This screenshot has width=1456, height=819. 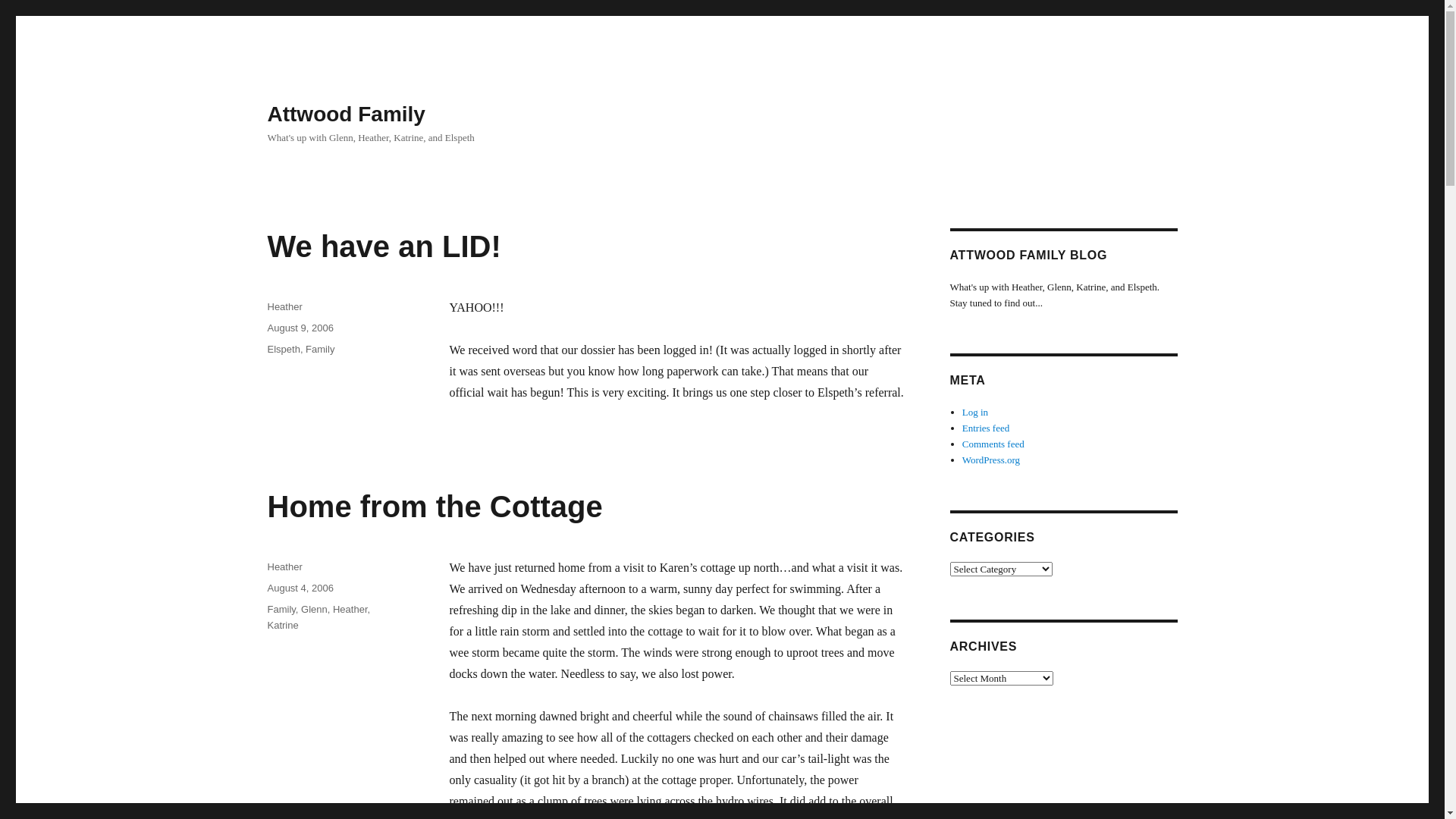 I want to click on 'August 9, 2006', so click(x=300, y=327).